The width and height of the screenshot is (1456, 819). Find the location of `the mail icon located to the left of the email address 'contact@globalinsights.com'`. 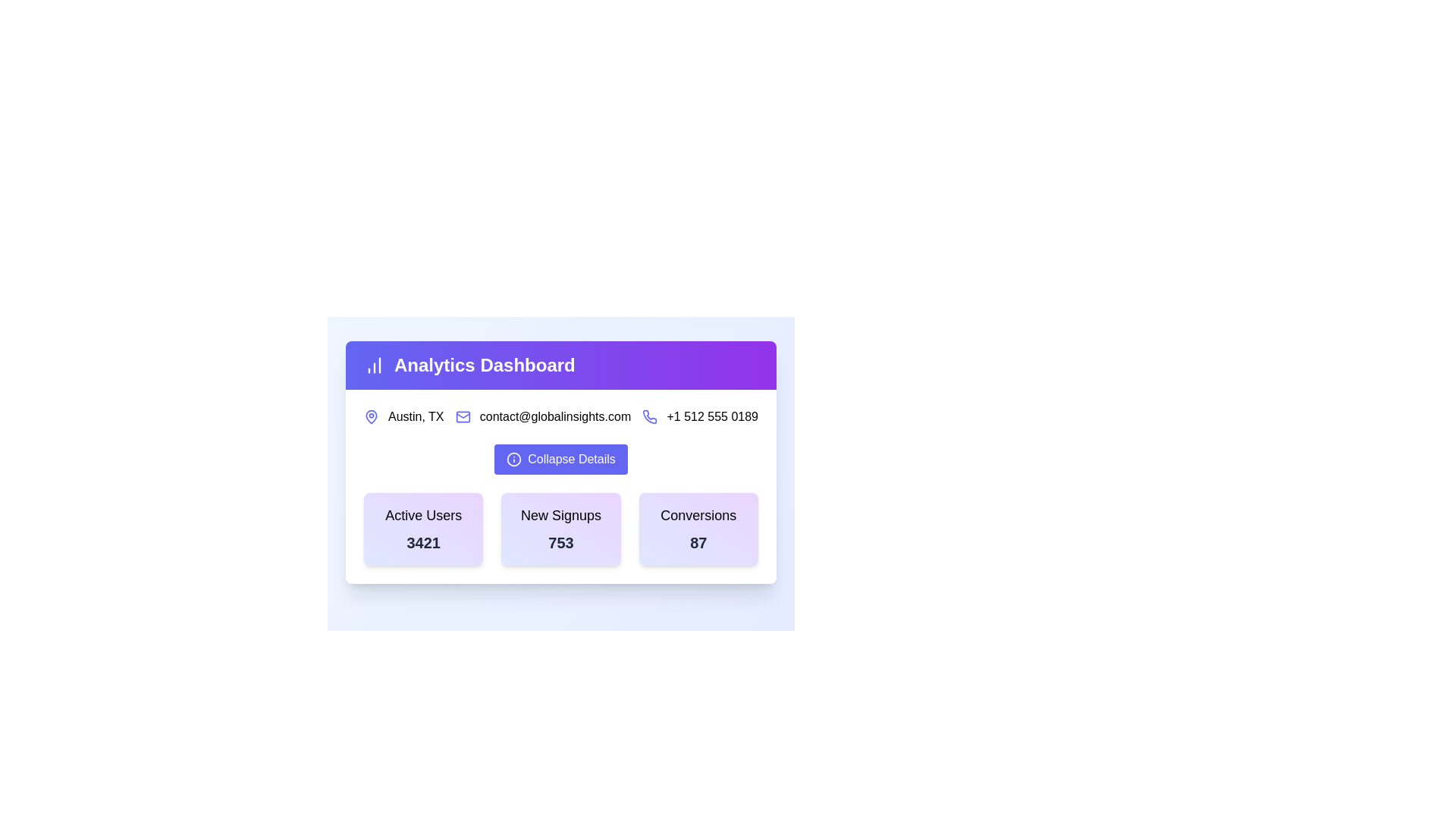

the mail icon located to the left of the email address 'contact@globalinsights.com' is located at coordinates (462, 417).